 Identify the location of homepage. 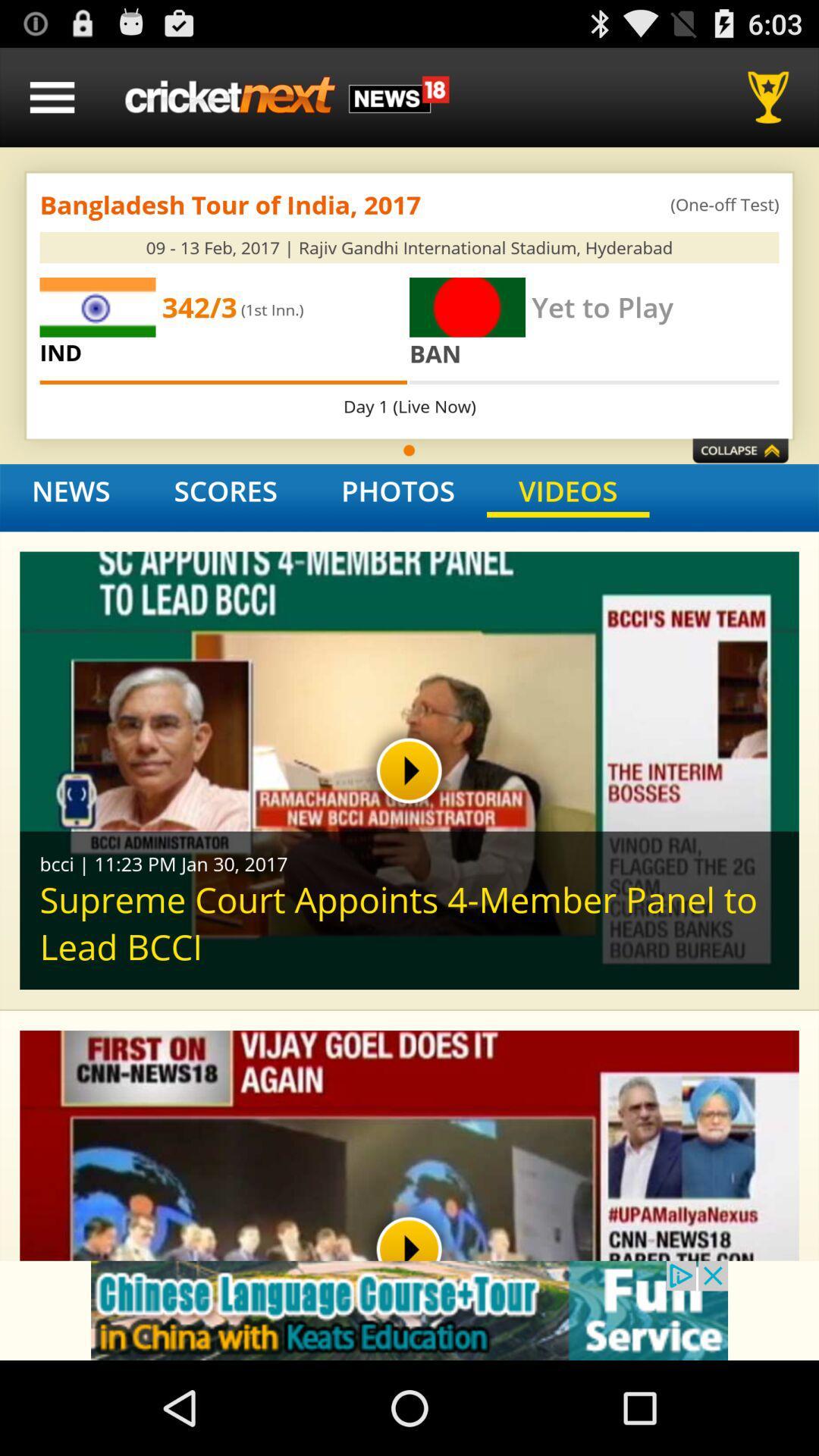
(287, 96).